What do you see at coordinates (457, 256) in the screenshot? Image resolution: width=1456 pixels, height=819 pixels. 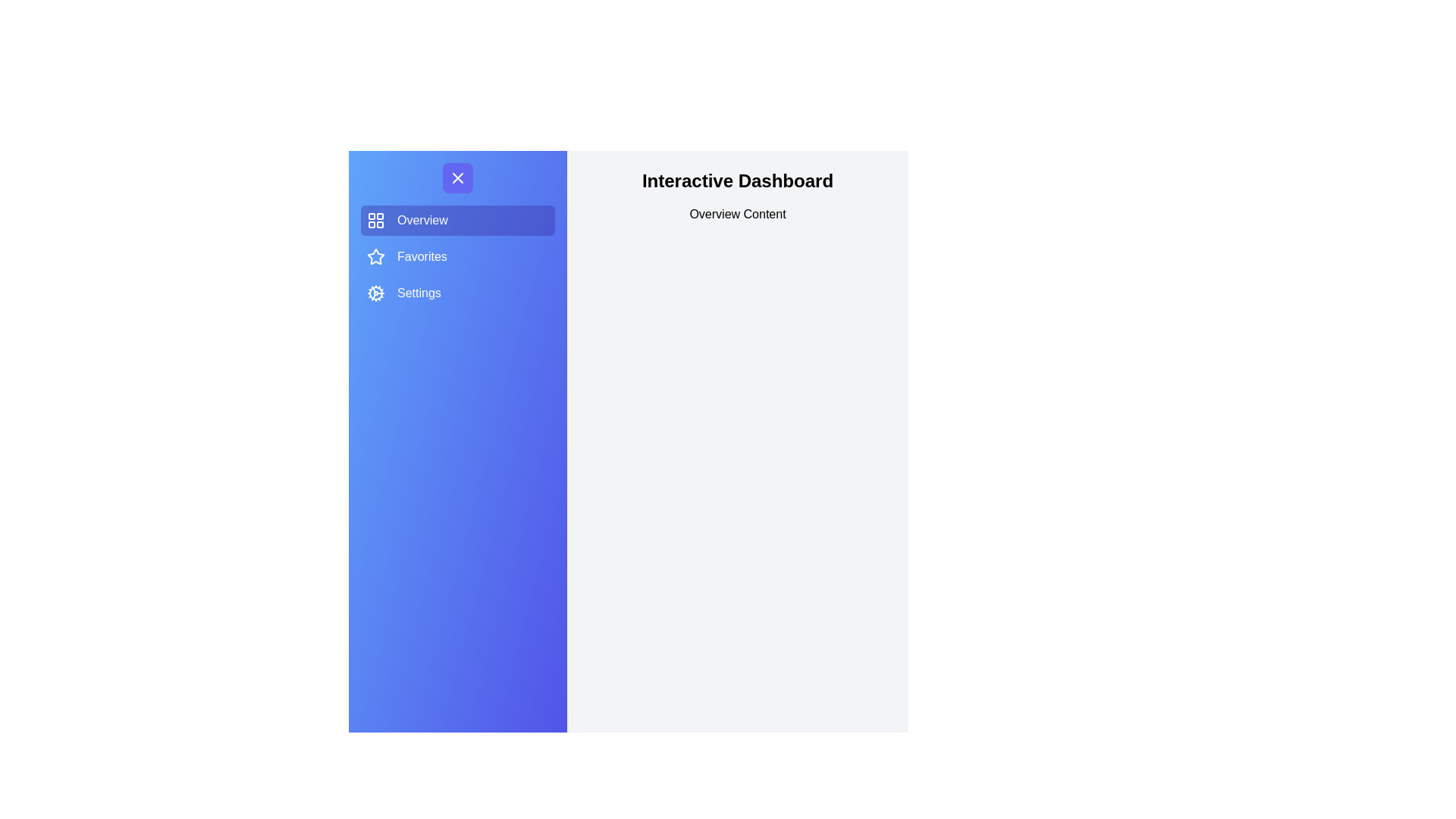 I see `the Favorites section by clicking its menu item` at bounding box center [457, 256].